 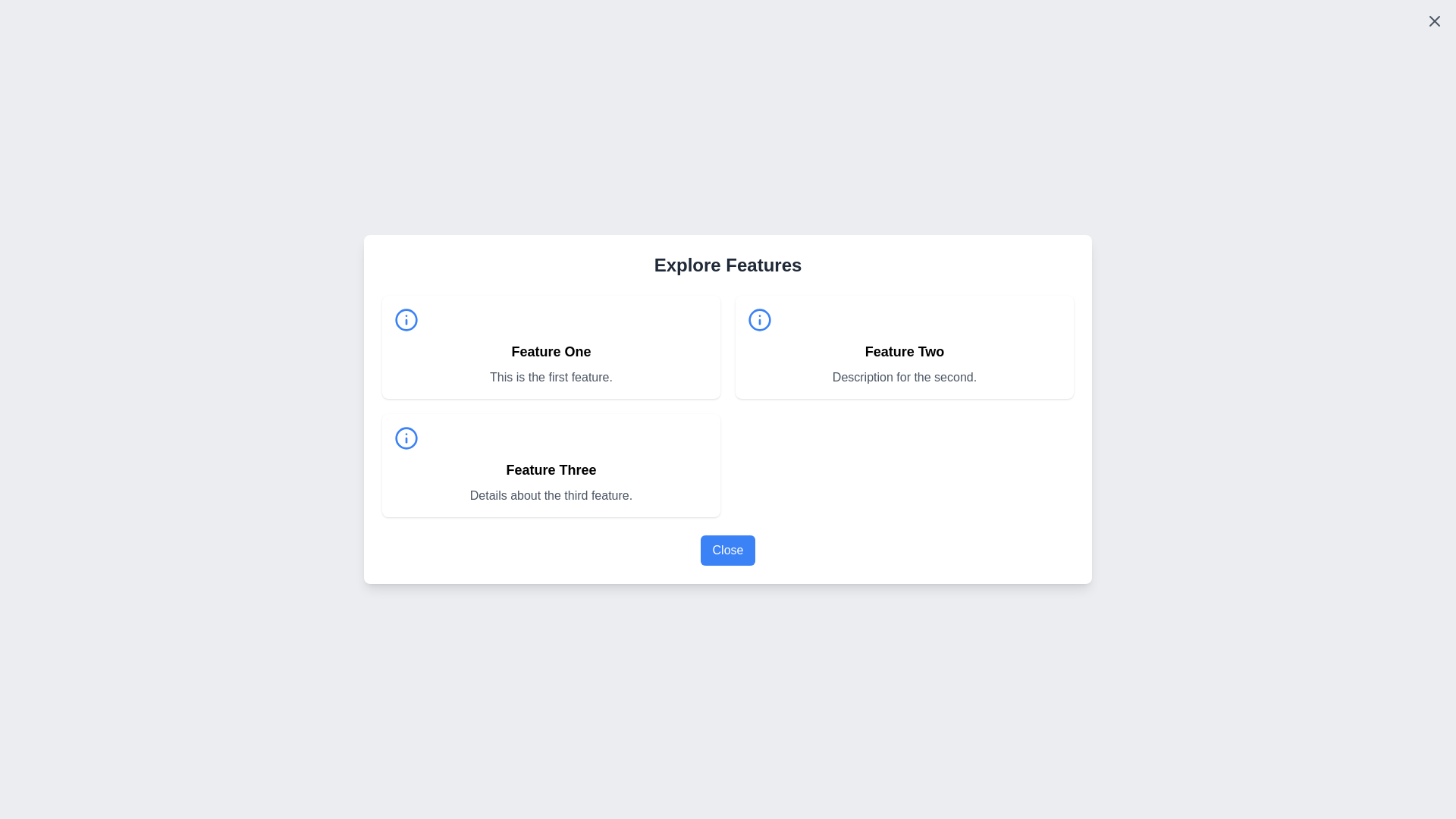 I want to click on the Informational card that describes the third feature, located in the bottom-left area of the grid layout, positioned below 'Feature One' and 'Feature Two', so click(x=550, y=464).